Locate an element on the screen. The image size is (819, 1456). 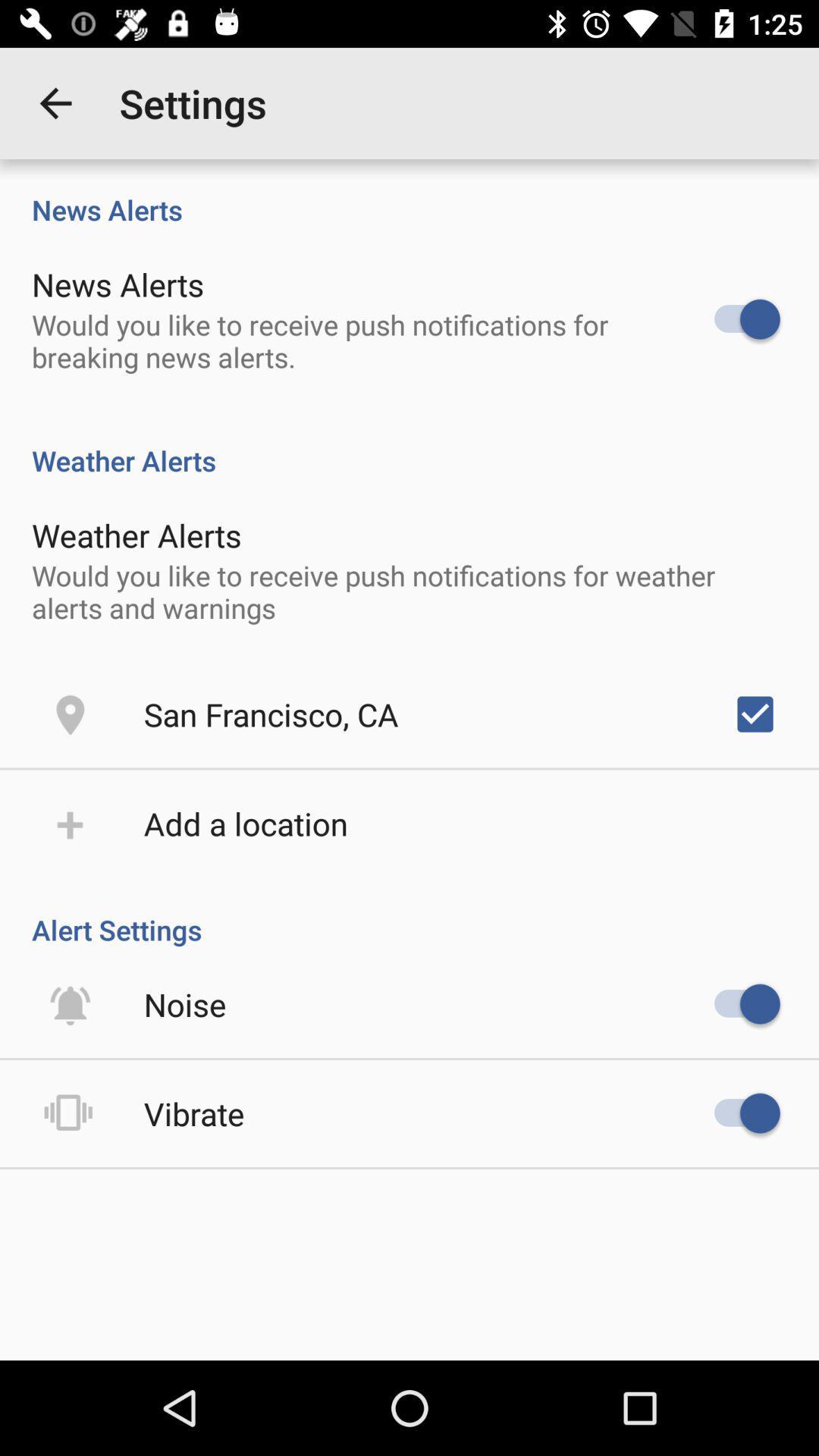
the icon above add a location item is located at coordinates (270, 713).